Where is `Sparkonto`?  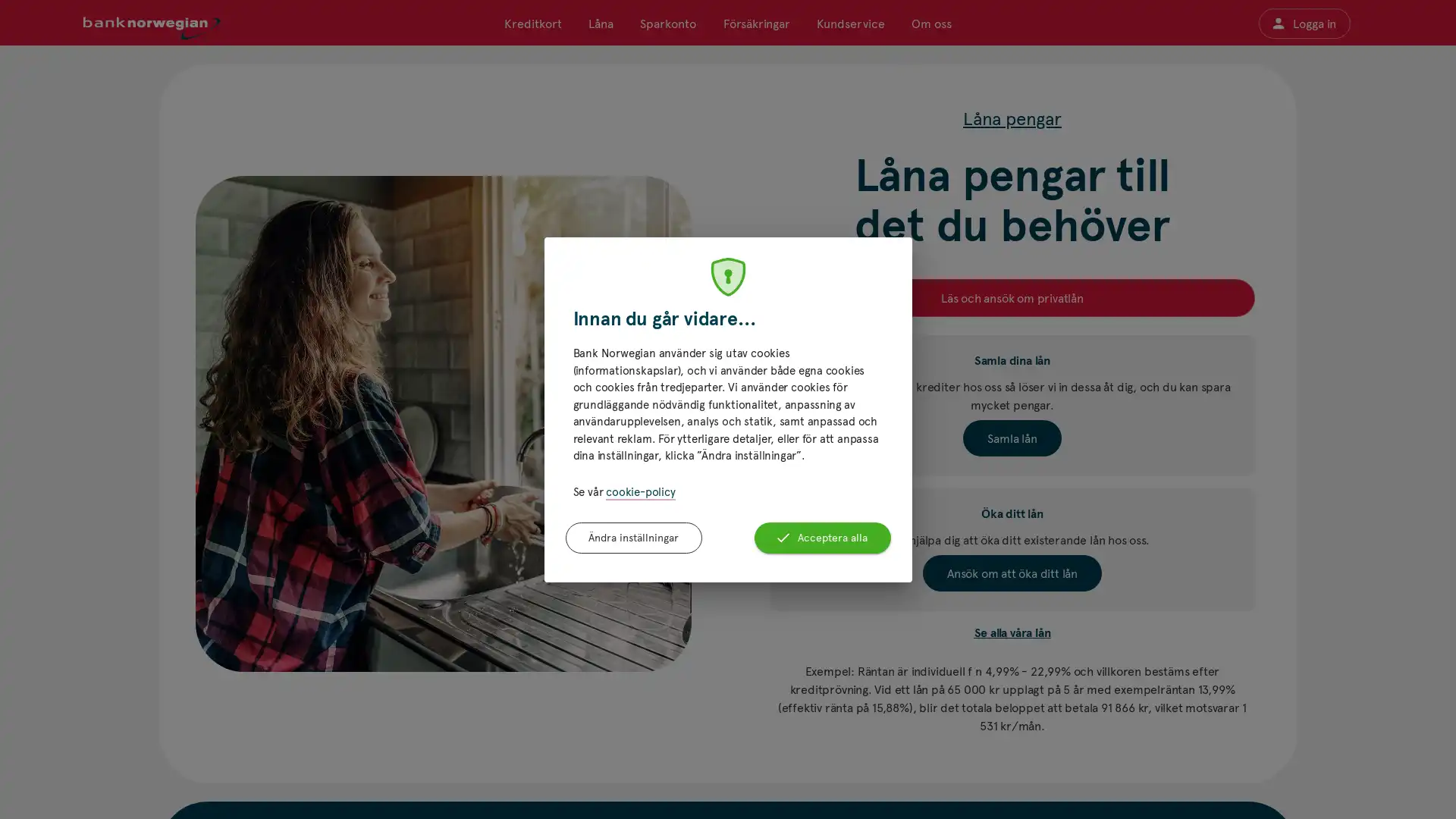 Sparkonto is located at coordinates (667, 23).